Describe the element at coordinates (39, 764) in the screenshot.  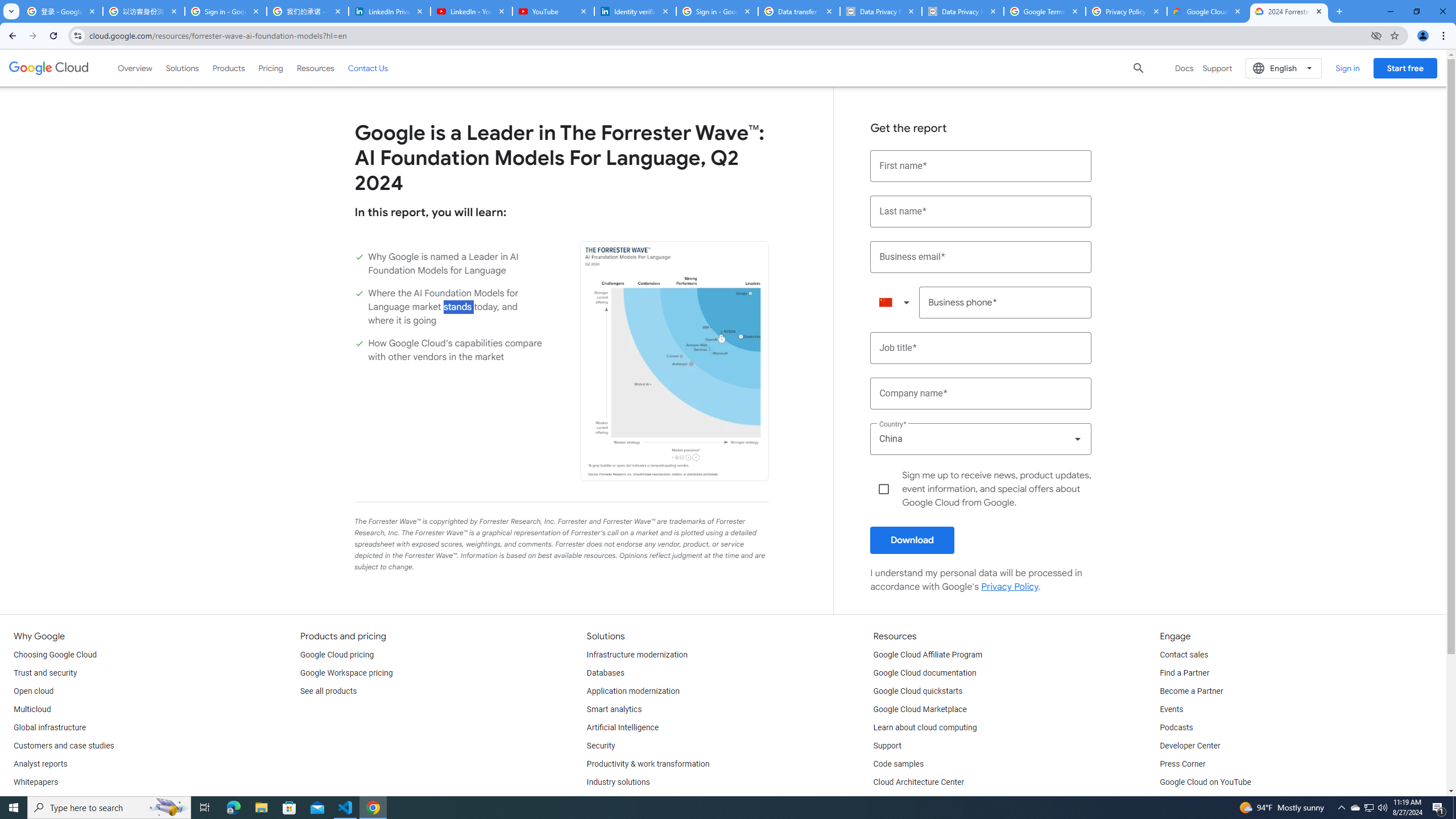
I see `'Analyst reports'` at that location.